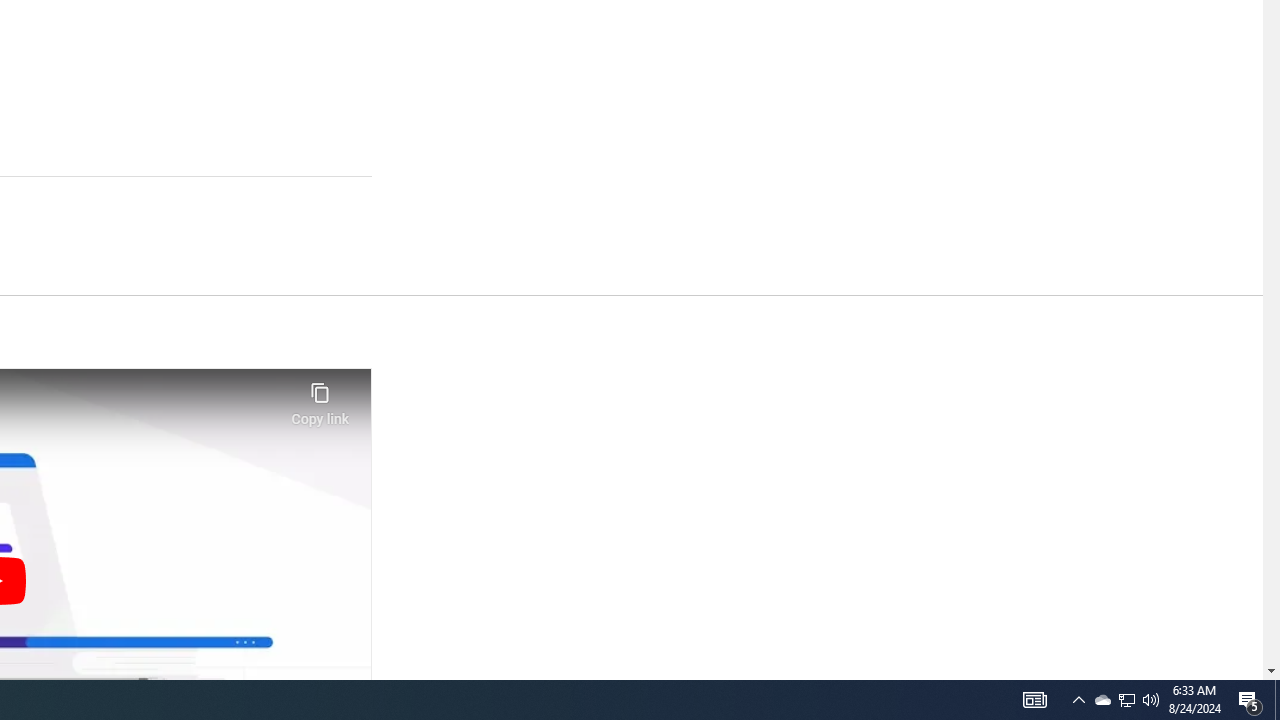  What do you see at coordinates (320, 398) in the screenshot?
I see `'Copy link'` at bounding box center [320, 398].